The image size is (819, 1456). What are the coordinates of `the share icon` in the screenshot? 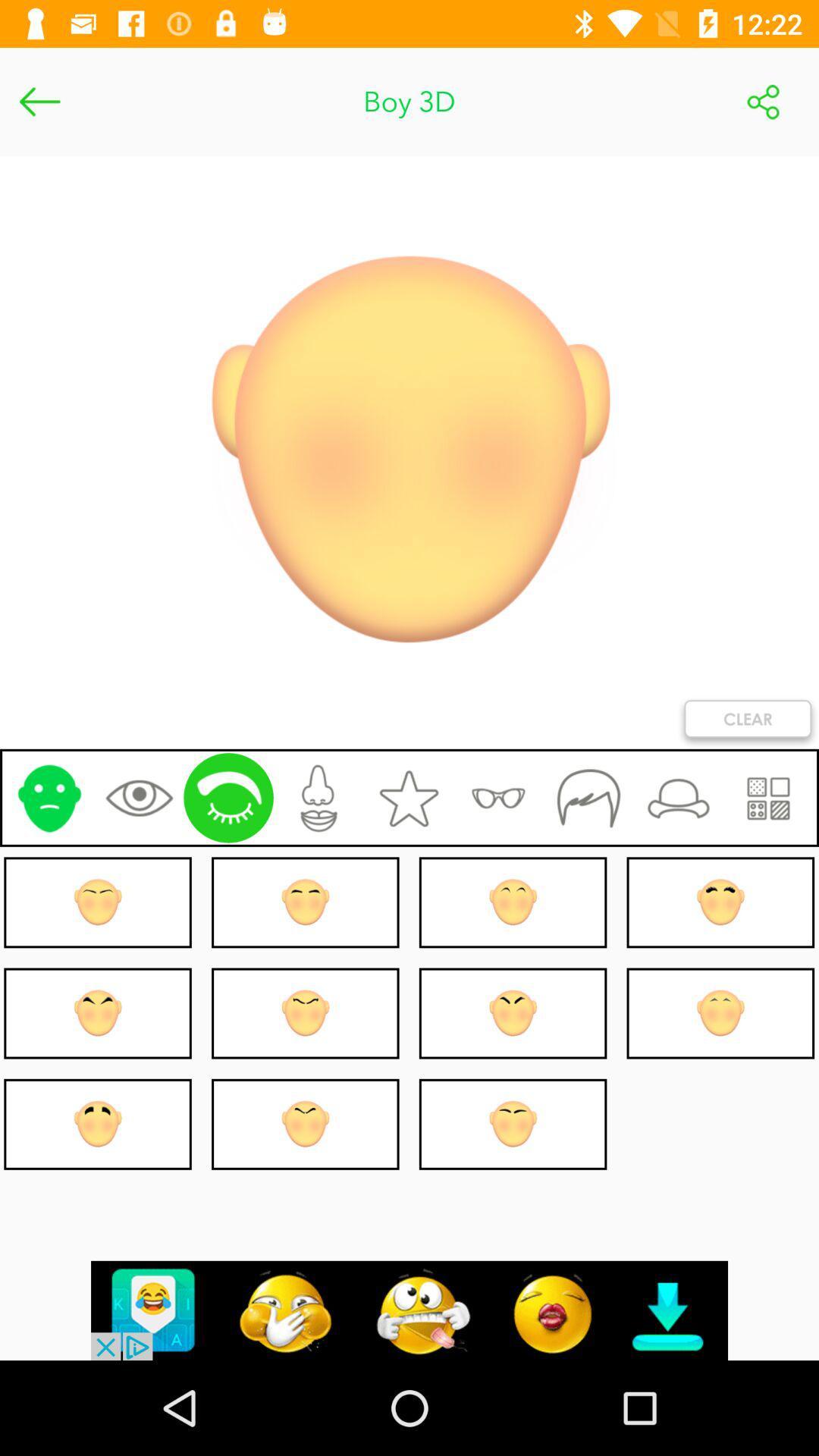 It's located at (763, 101).